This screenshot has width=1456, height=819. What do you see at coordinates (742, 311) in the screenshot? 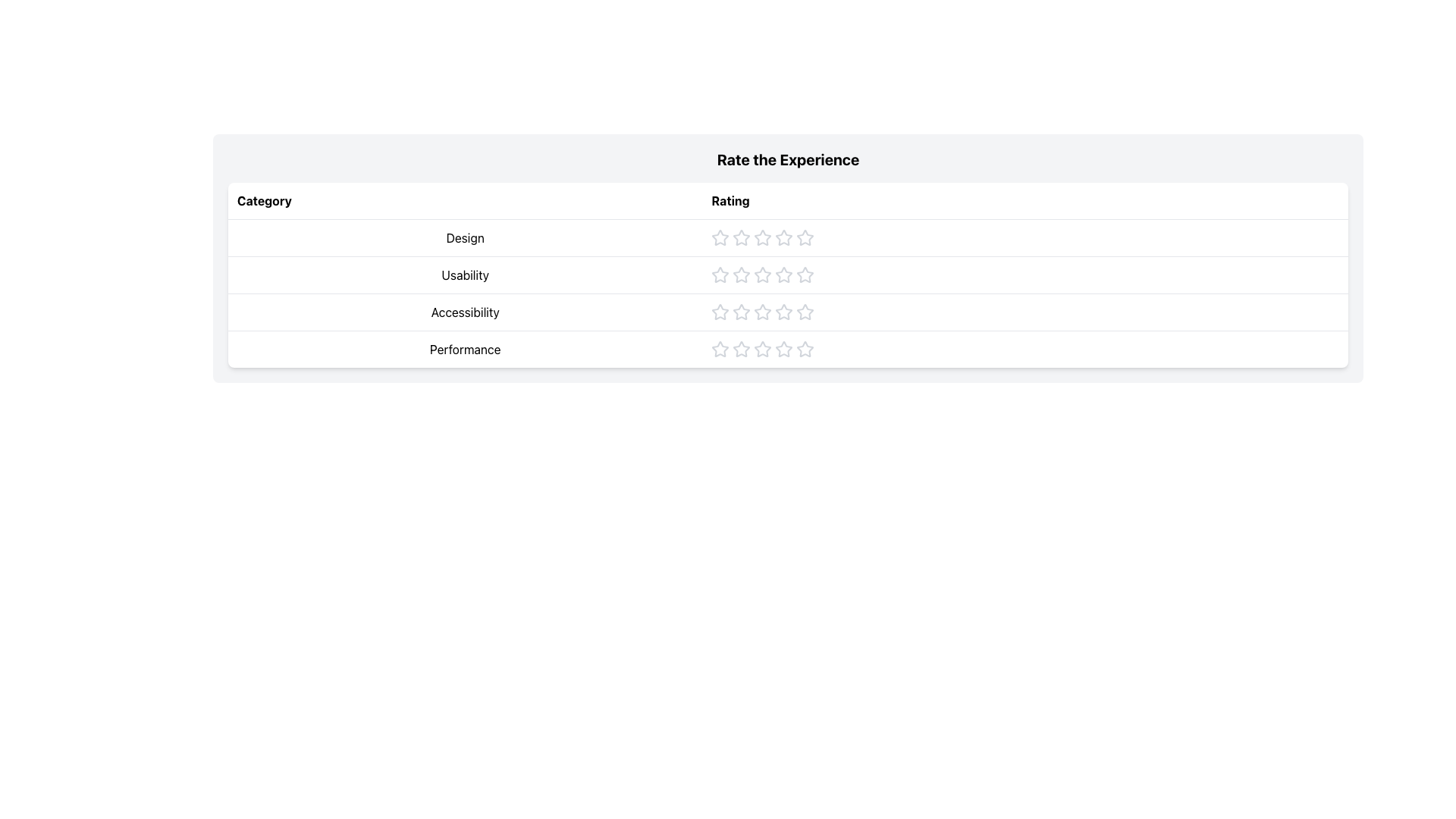
I see `the third star in the Accessibility rating component` at bounding box center [742, 311].